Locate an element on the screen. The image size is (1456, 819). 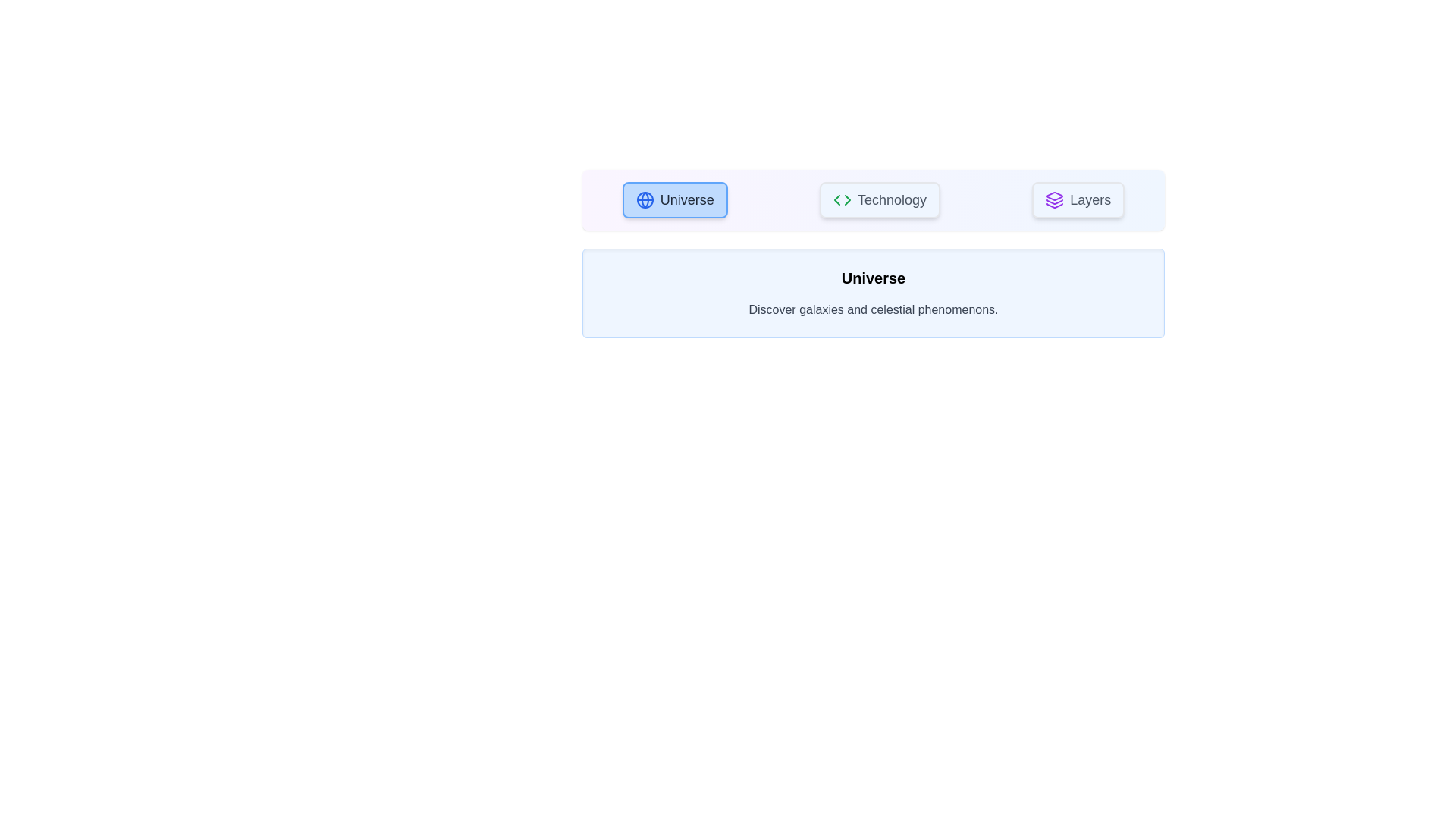
the description text to select it is located at coordinates (874, 309).